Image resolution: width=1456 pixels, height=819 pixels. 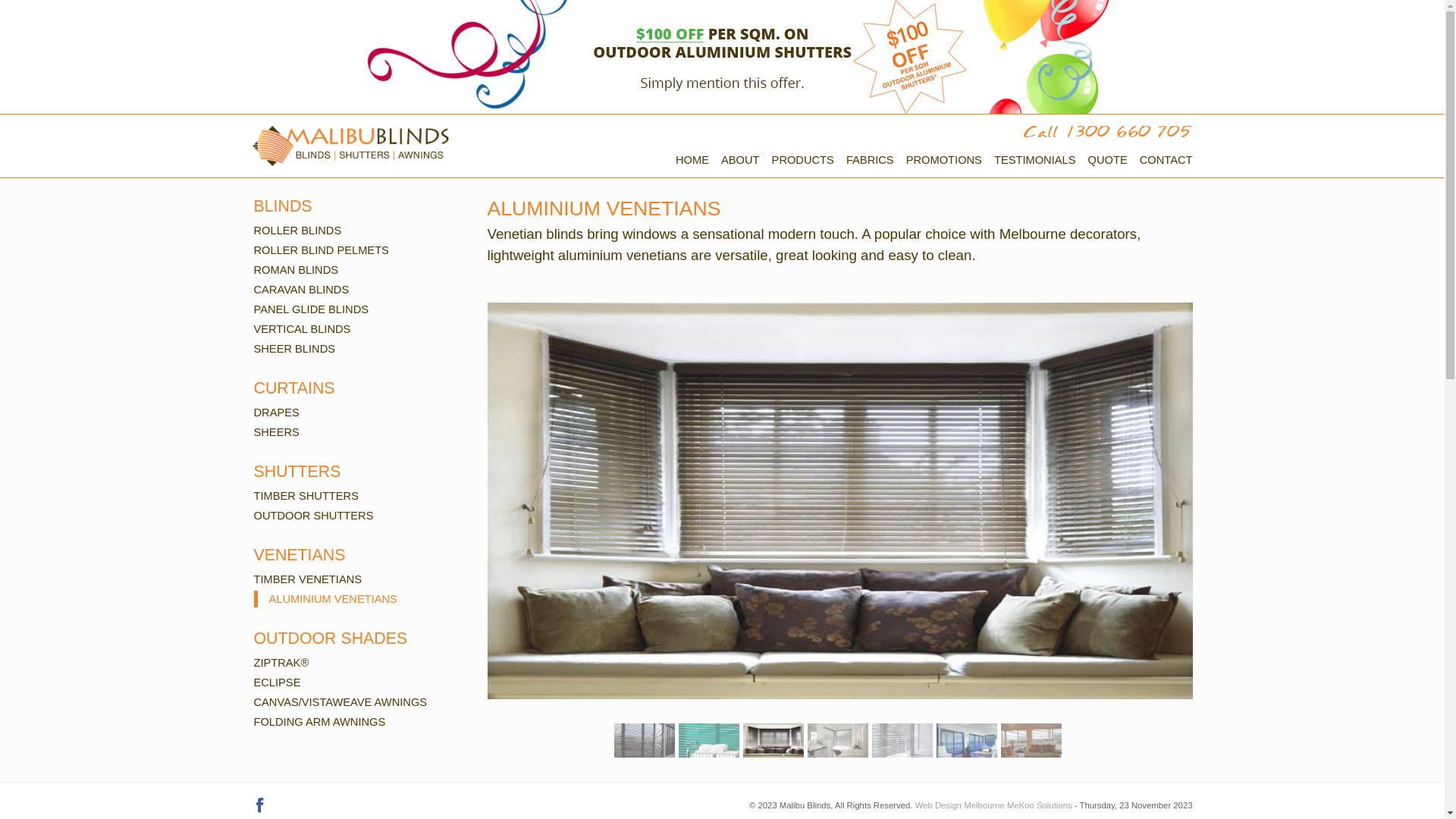 What do you see at coordinates (993, 804) in the screenshot?
I see `'Web Design Melbourne MeKoo Solutions'` at bounding box center [993, 804].